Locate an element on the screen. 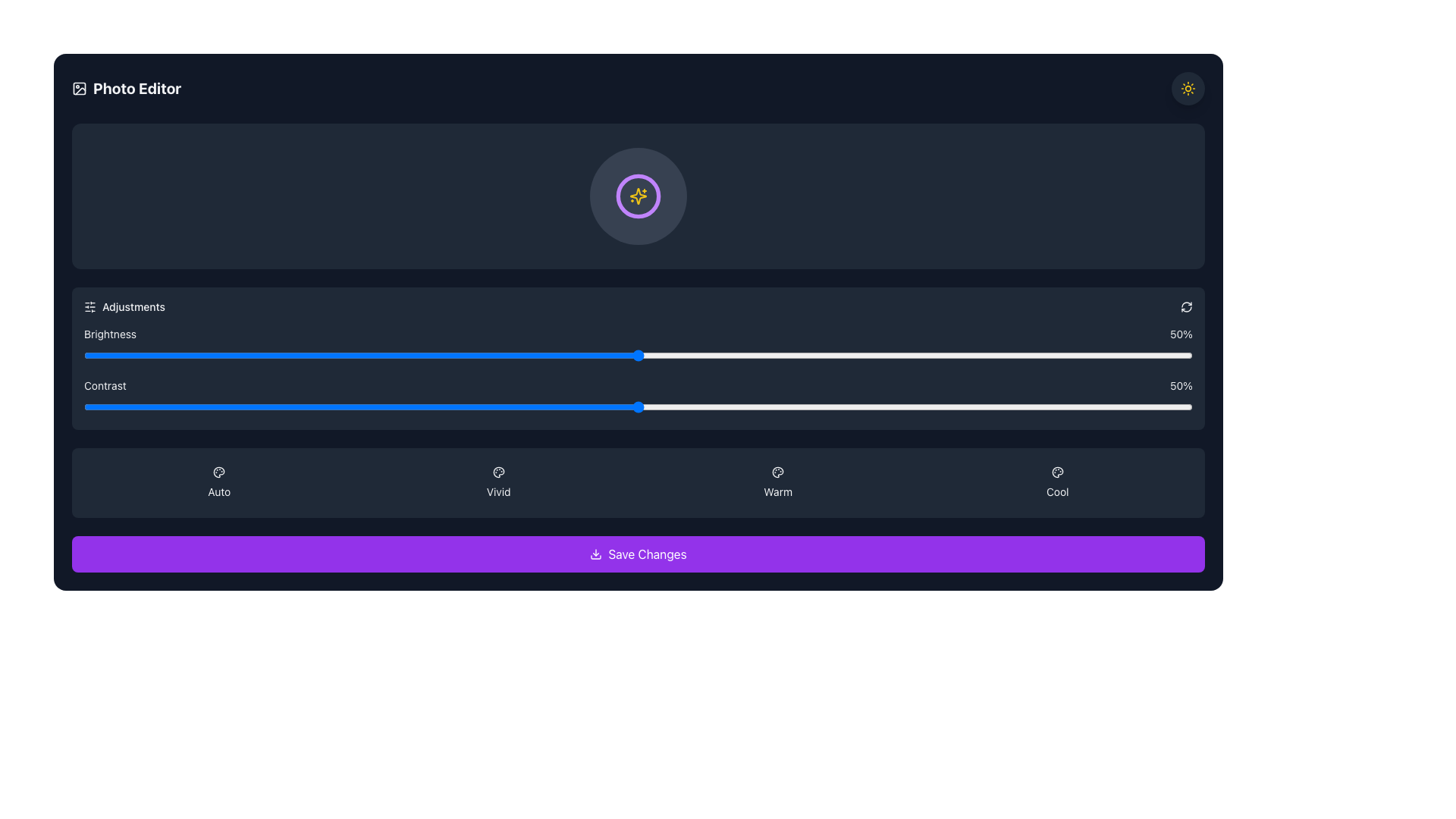  the 'Cool' button, which is the last button in a row of four, featuring a palette icon and the label 'Cool' is located at coordinates (1056, 482).